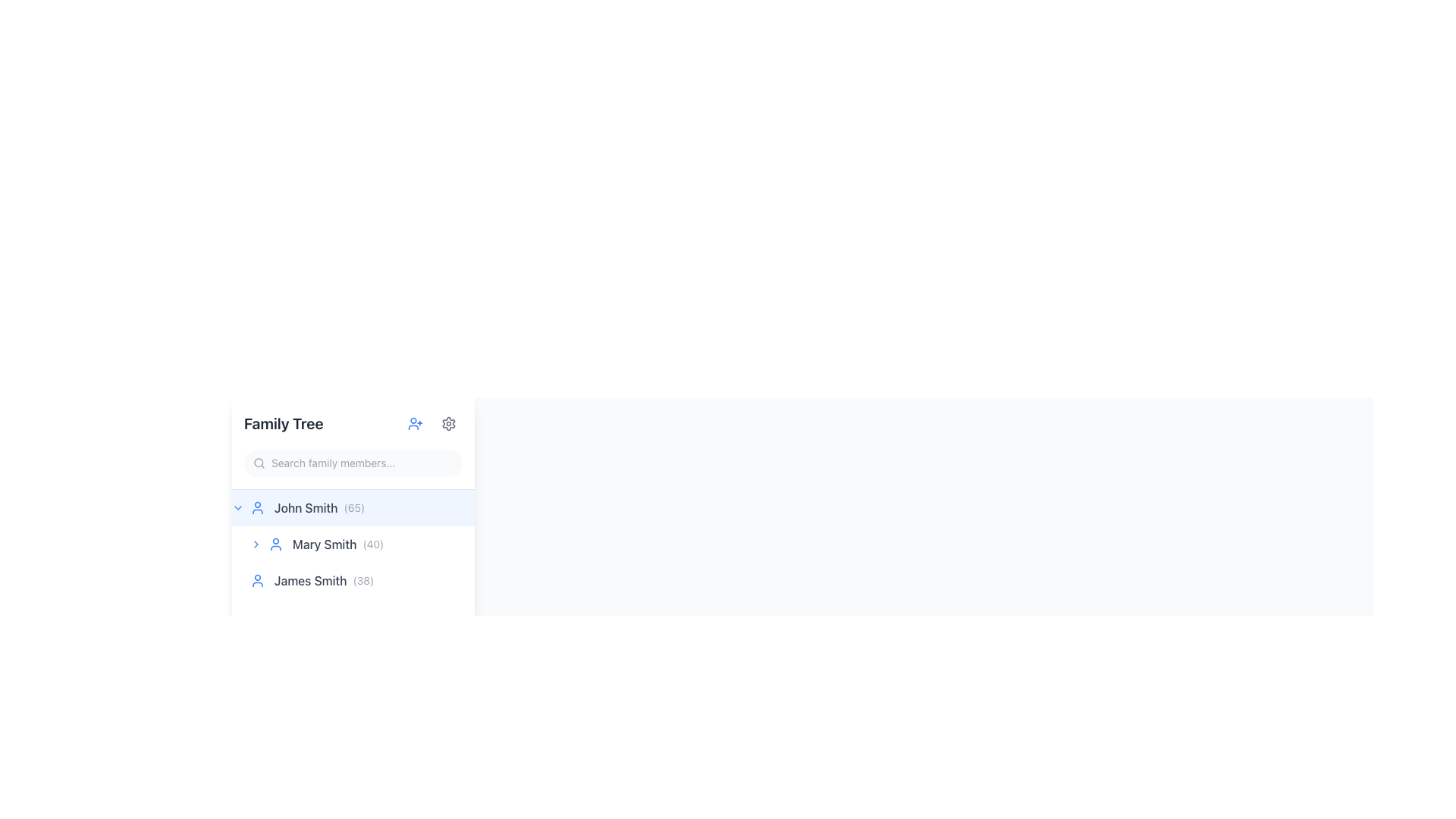 Image resolution: width=1456 pixels, height=819 pixels. What do you see at coordinates (447, 424) in the screenshot?
I see `the decorative gear icon of the settings button located at the top-right corner of the left navigation panel` at bounding box center [447, 424].